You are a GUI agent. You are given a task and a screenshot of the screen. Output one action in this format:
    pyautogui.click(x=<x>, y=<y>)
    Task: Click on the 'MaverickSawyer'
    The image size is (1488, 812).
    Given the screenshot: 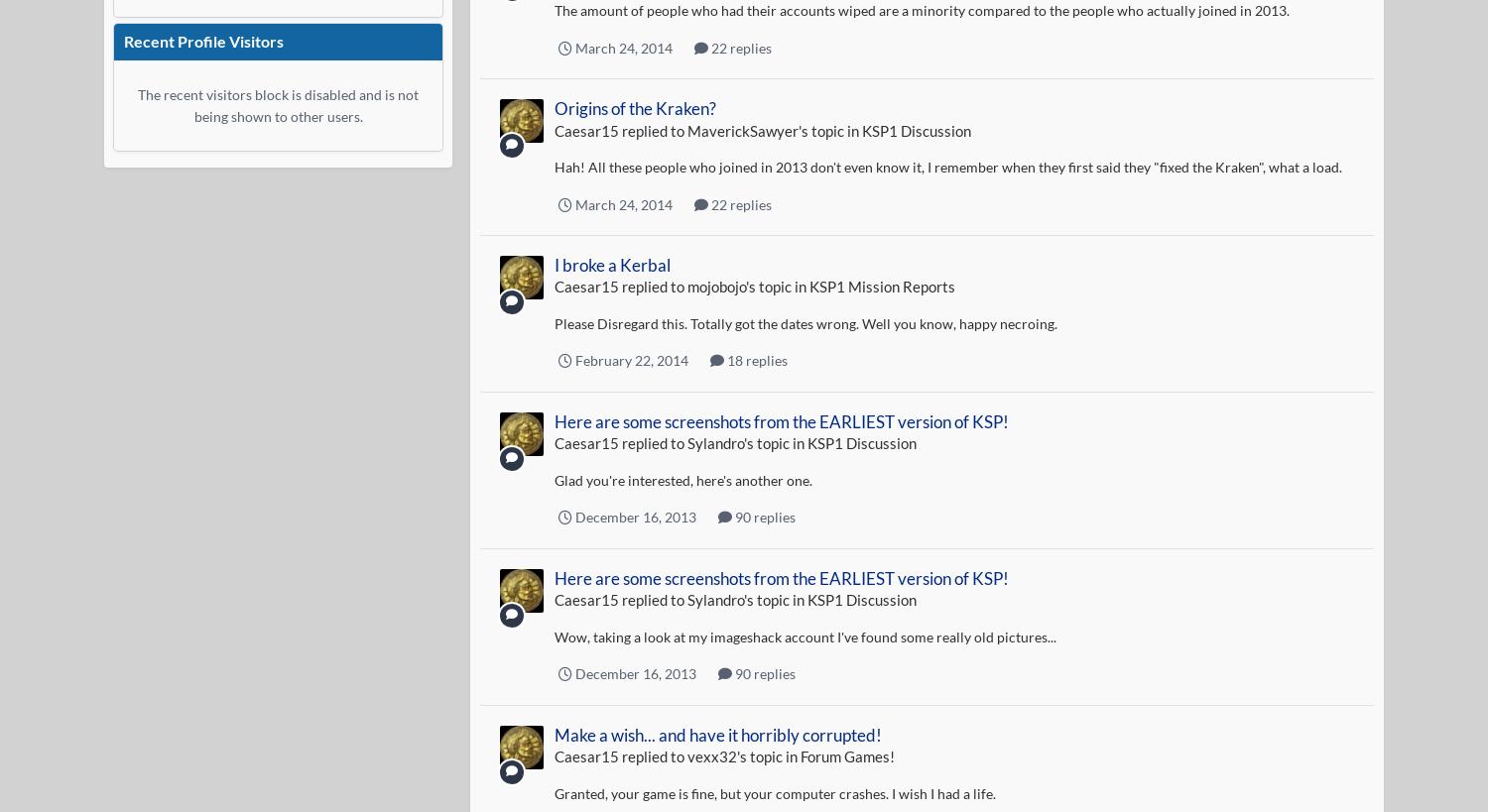 What is the action you would take?
    pyautogui.click(x=741, y=129)
    